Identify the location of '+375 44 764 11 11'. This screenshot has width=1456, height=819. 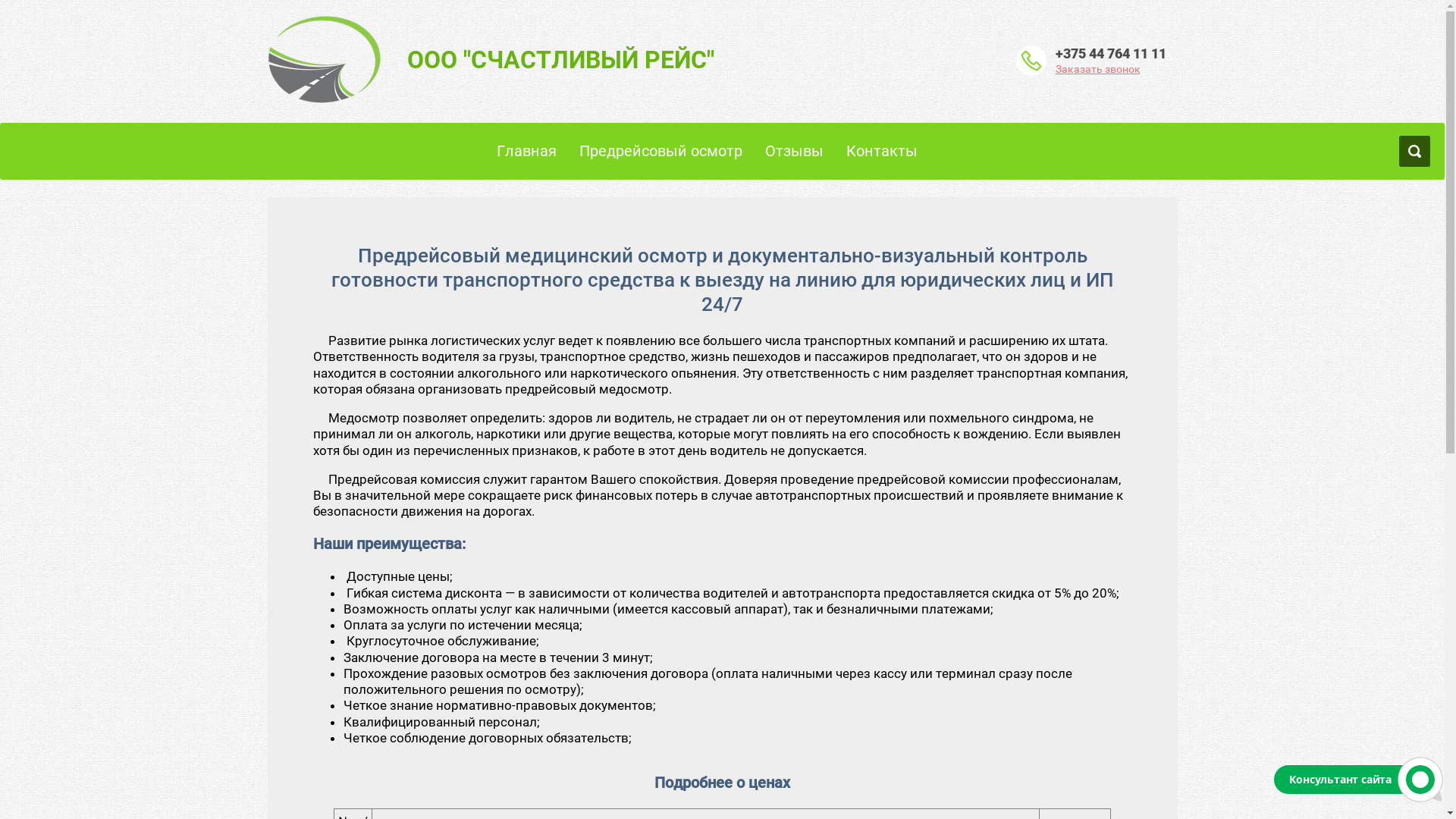
(1110, 52).